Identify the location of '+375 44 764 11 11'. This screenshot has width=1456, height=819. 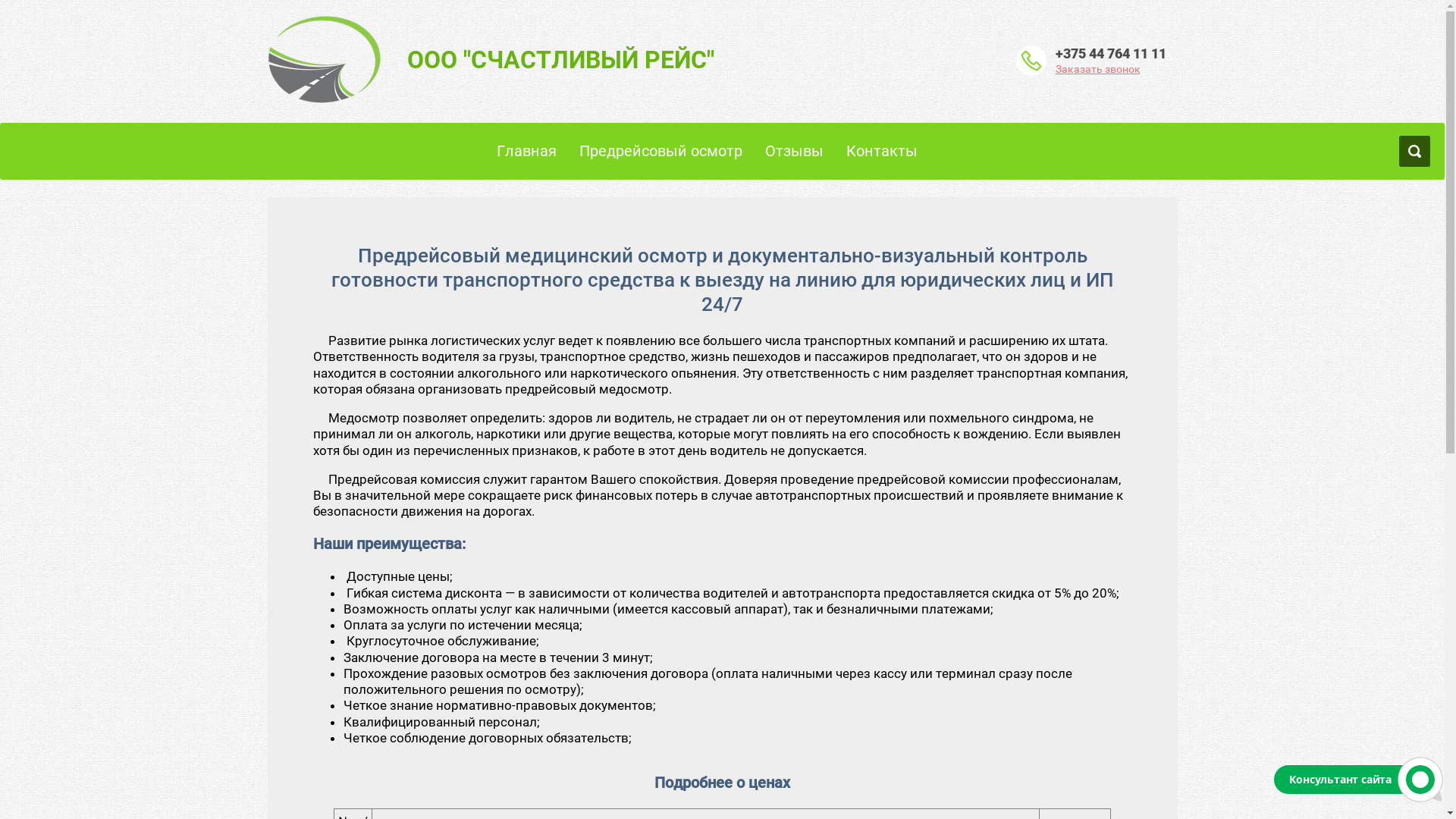
(1110, 52).